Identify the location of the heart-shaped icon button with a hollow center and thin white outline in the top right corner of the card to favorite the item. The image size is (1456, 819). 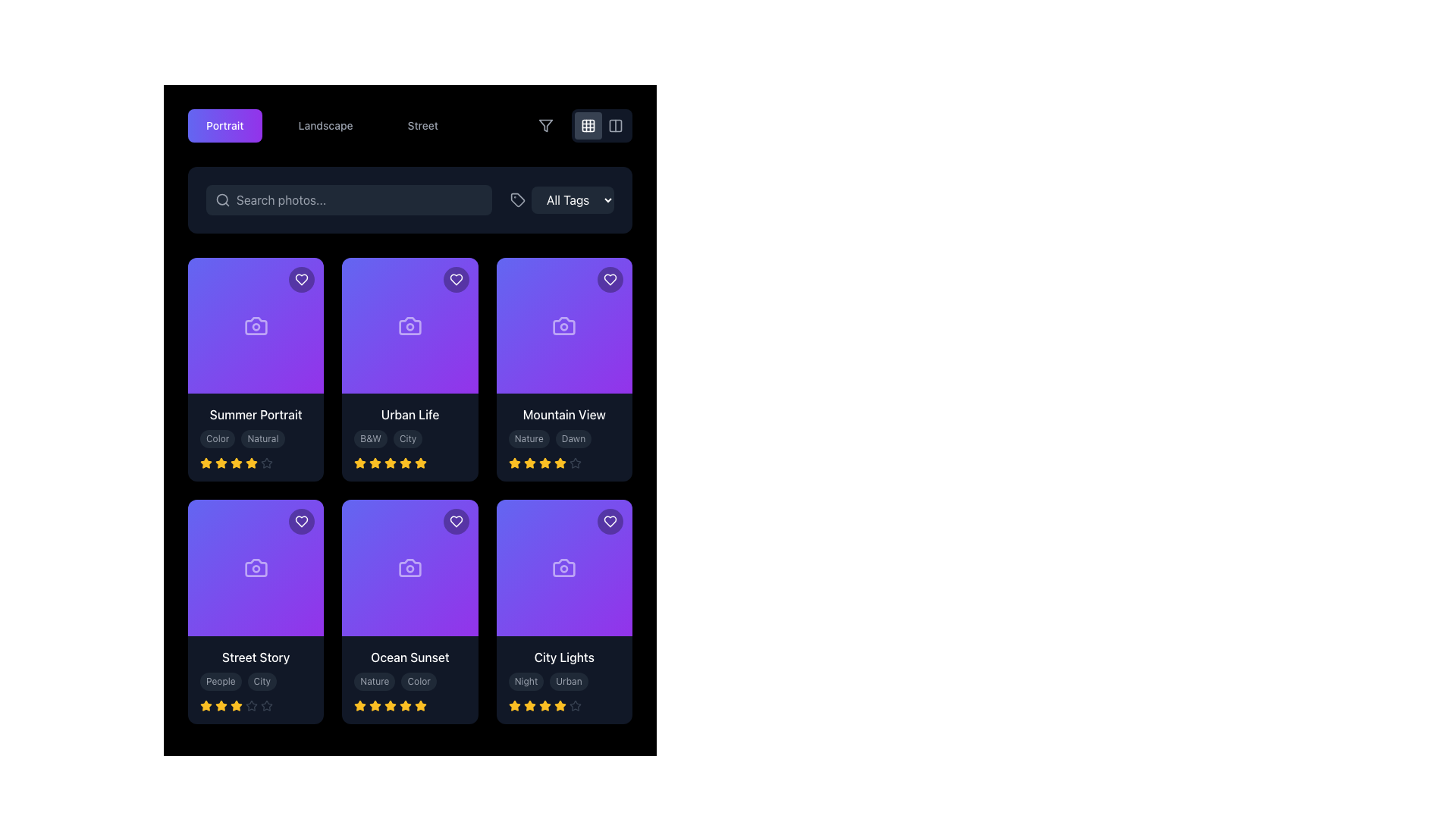
(302, 280).